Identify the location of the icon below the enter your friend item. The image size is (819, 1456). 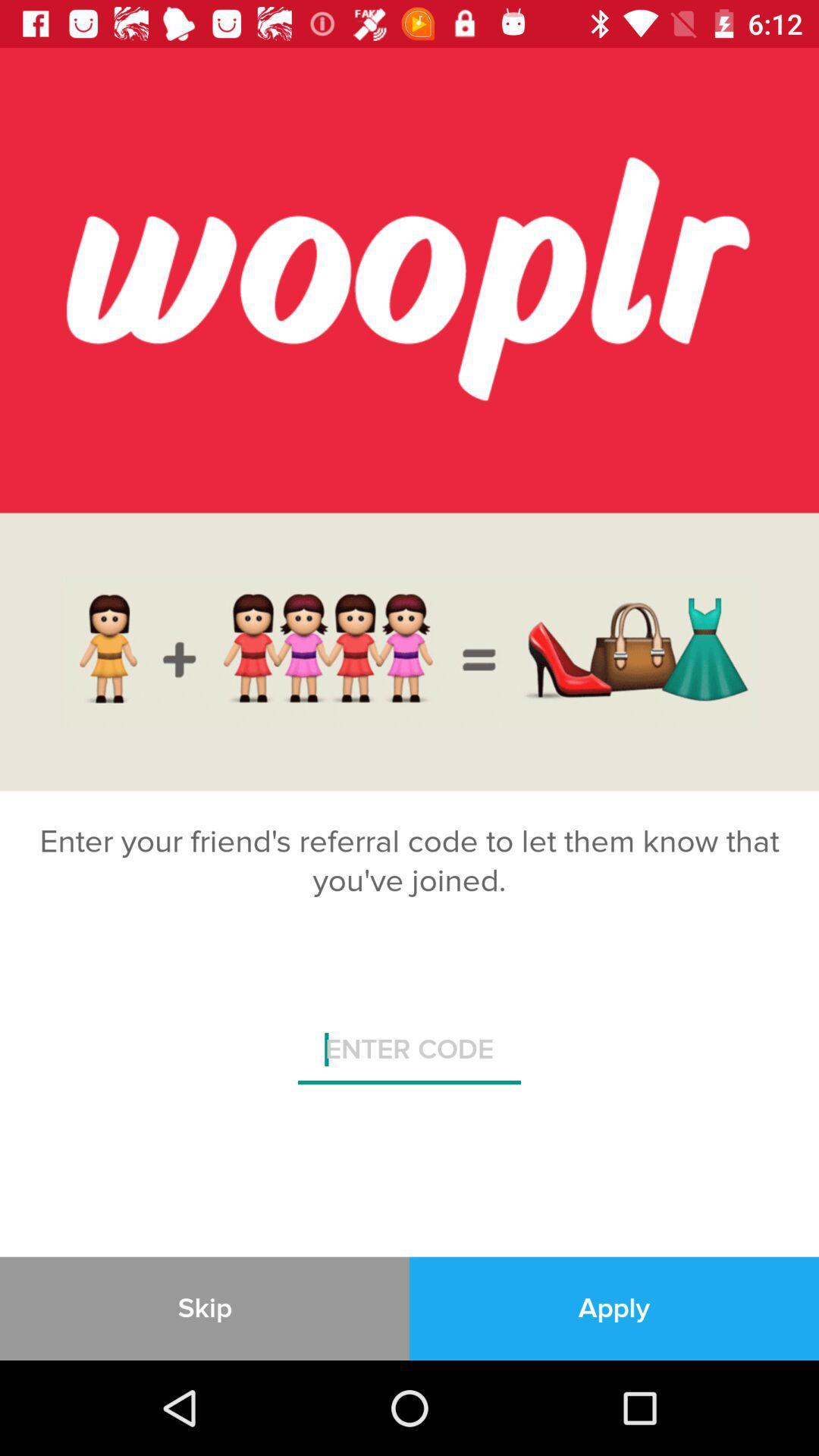
(409, 1055).